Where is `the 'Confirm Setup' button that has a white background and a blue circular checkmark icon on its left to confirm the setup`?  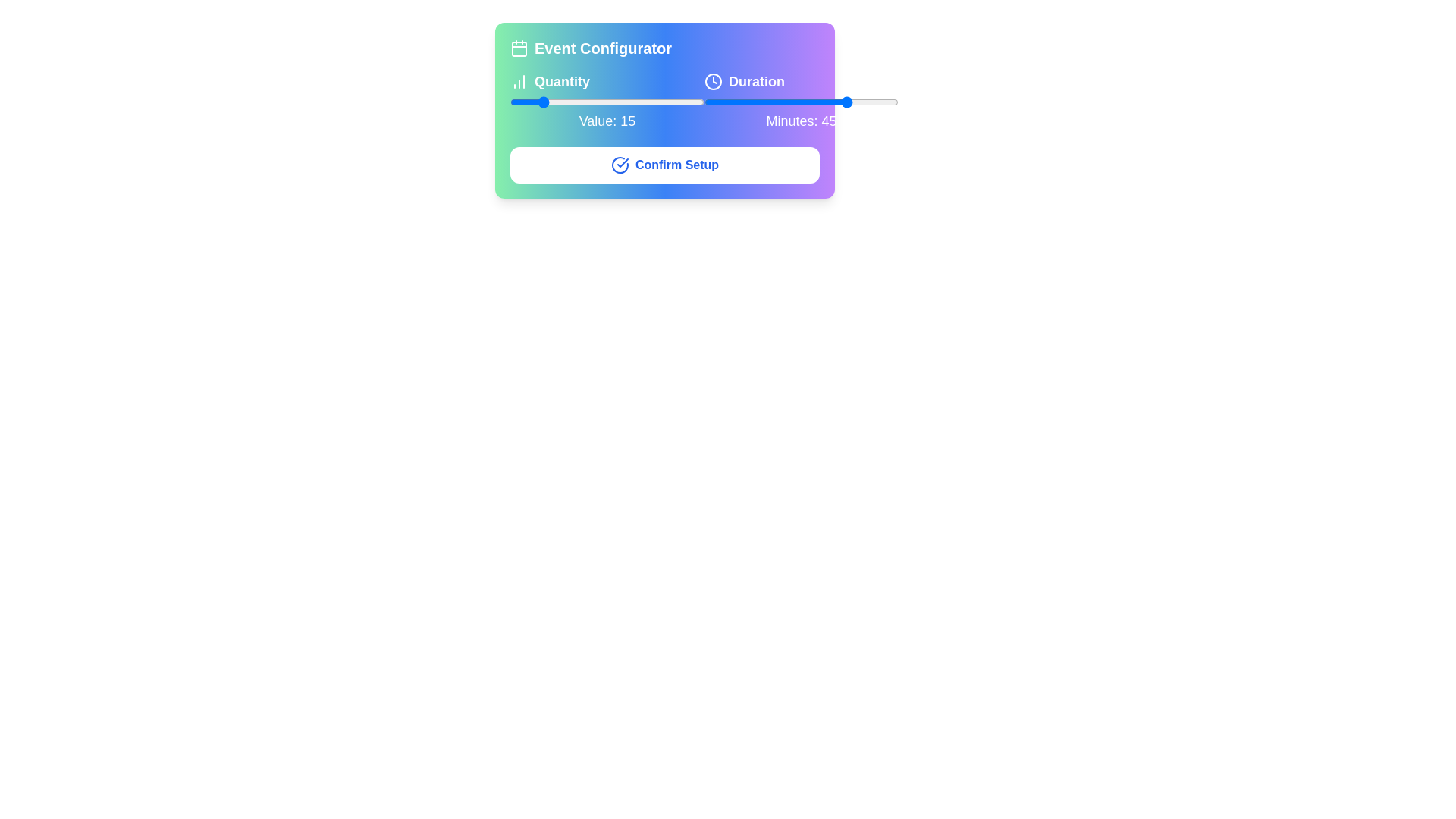
the 'Confirm Setup' button that has a white background and a blue circular checkmark icon on its left to confirm the setup is located at coordinates (665, 165).